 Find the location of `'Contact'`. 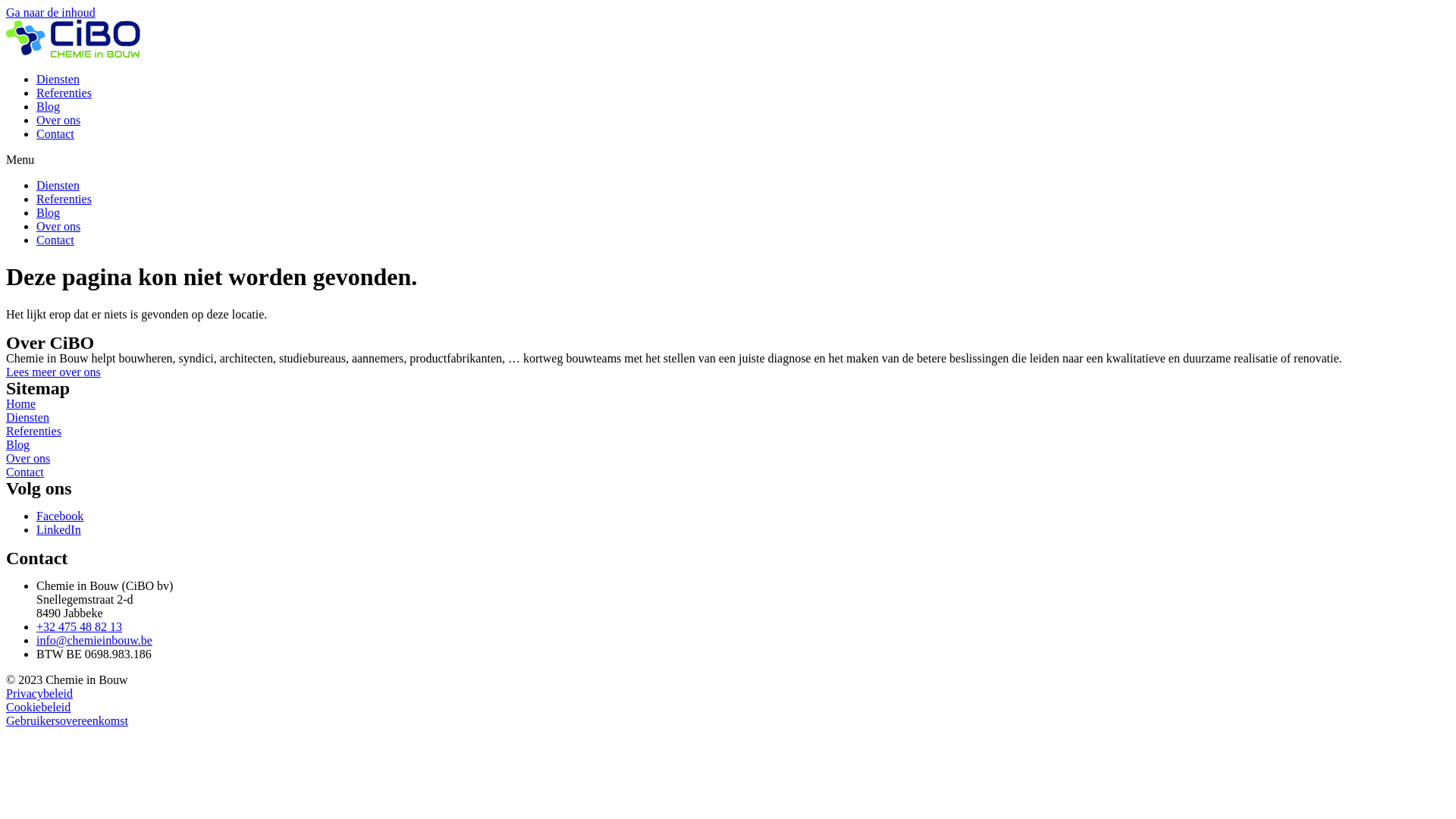

'Contact' is located at coordinates (55, 239).